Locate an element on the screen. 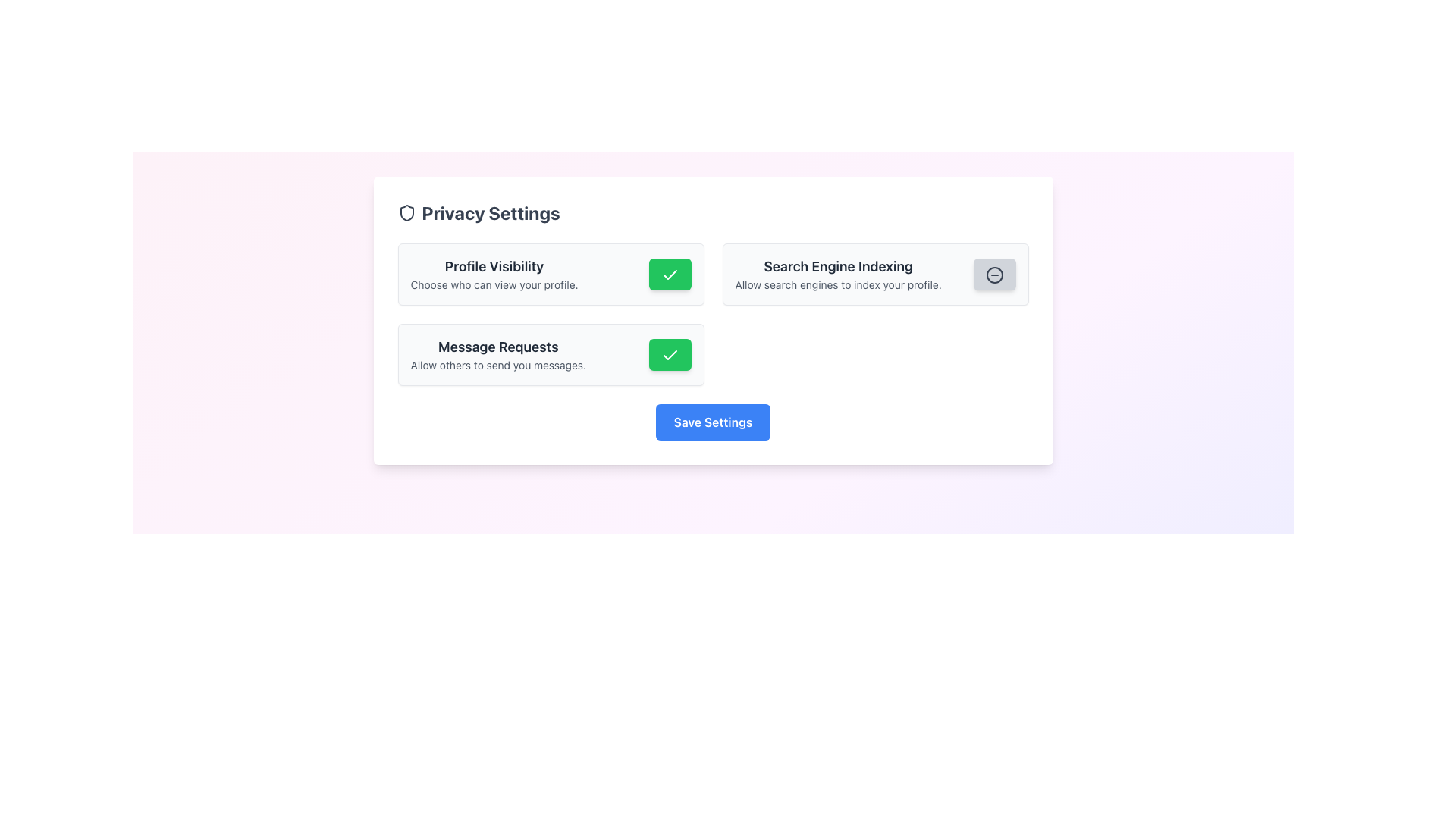 This screenshot has height=819, width=1456. shield-shaped icon located in the upper-left corner of the 'Privacy Settings' card, which has a hollow design and is part of an SVG graphic is located at coordinates (406, 213).